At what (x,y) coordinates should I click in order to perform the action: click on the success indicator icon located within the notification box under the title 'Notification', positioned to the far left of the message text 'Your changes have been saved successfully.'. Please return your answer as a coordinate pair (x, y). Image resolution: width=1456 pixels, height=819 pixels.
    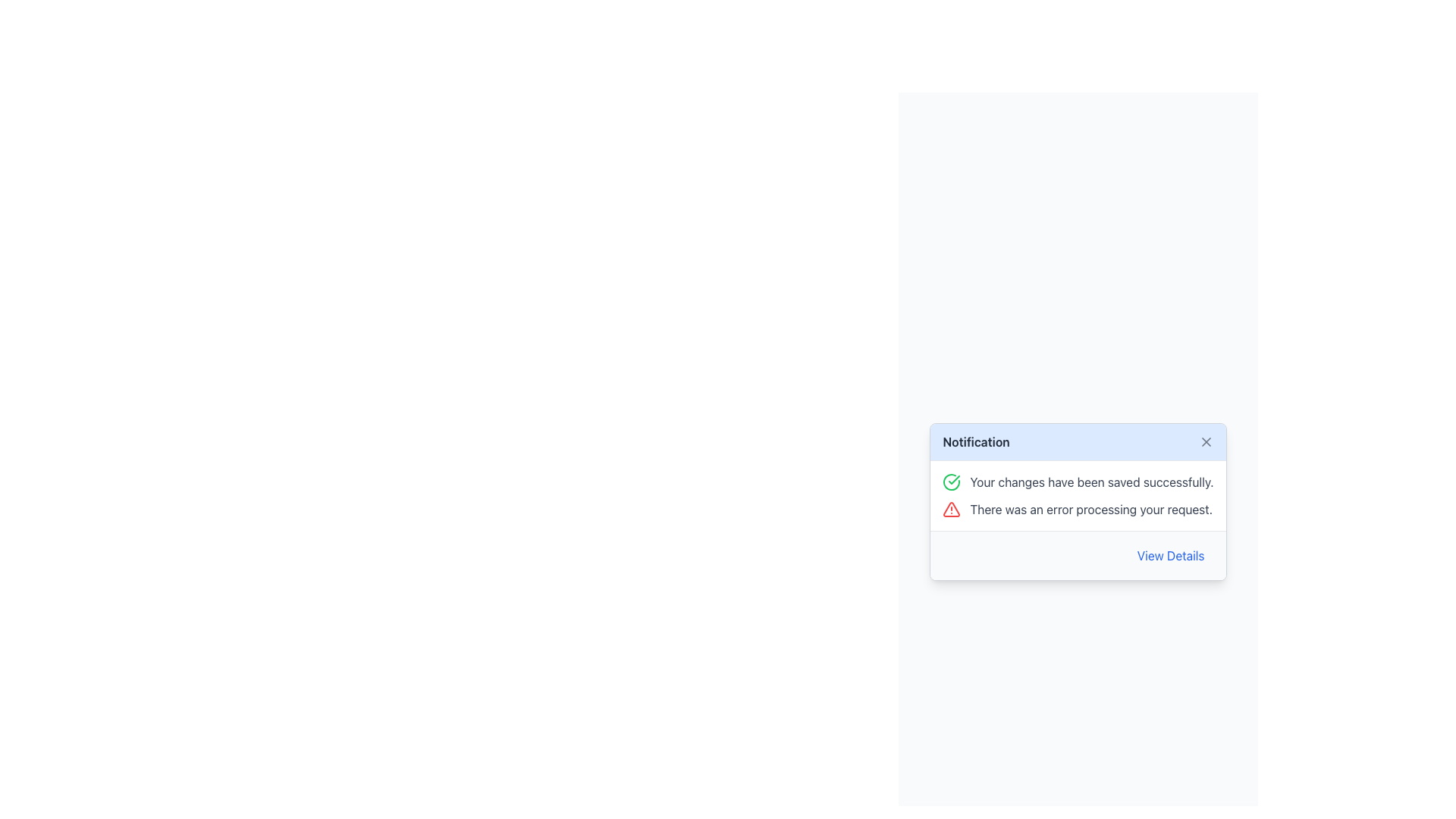
    Looking at the image, I should click on (951, 482).